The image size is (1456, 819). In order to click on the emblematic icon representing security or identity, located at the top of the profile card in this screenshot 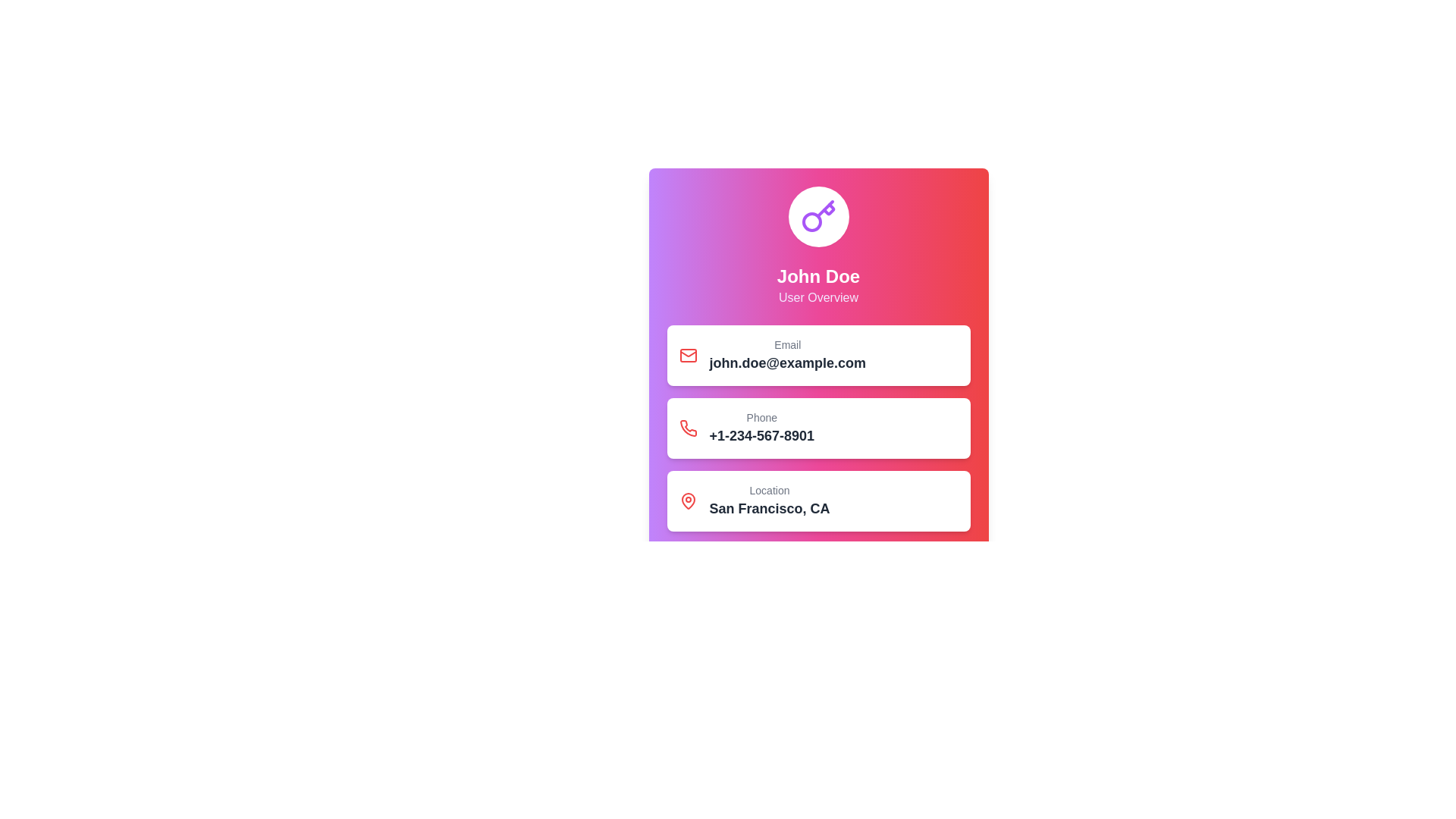, I will do `click(817, 216)`.